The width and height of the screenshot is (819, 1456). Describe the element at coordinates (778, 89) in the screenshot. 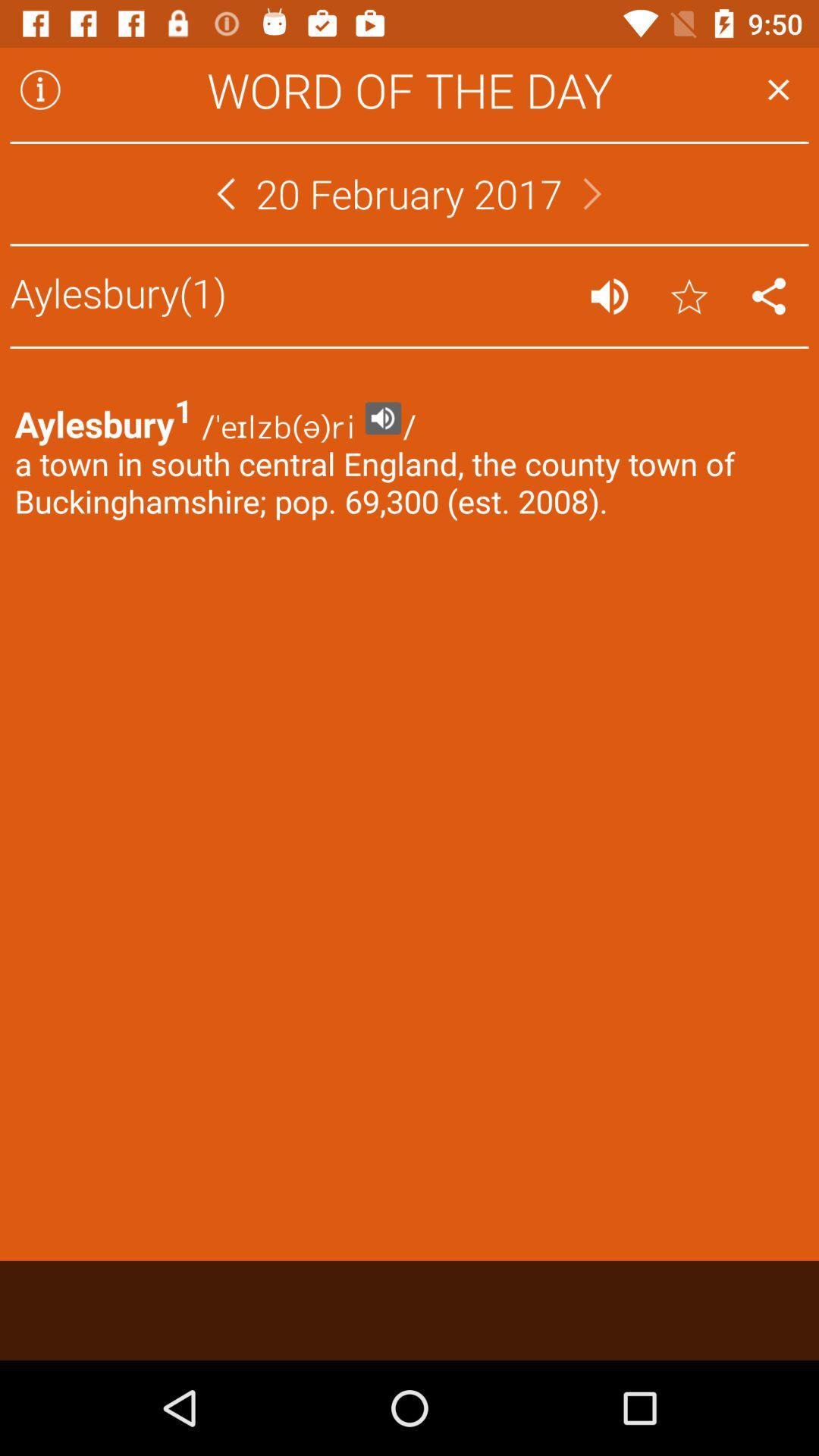

I see `item to the right of word of the` at that location.